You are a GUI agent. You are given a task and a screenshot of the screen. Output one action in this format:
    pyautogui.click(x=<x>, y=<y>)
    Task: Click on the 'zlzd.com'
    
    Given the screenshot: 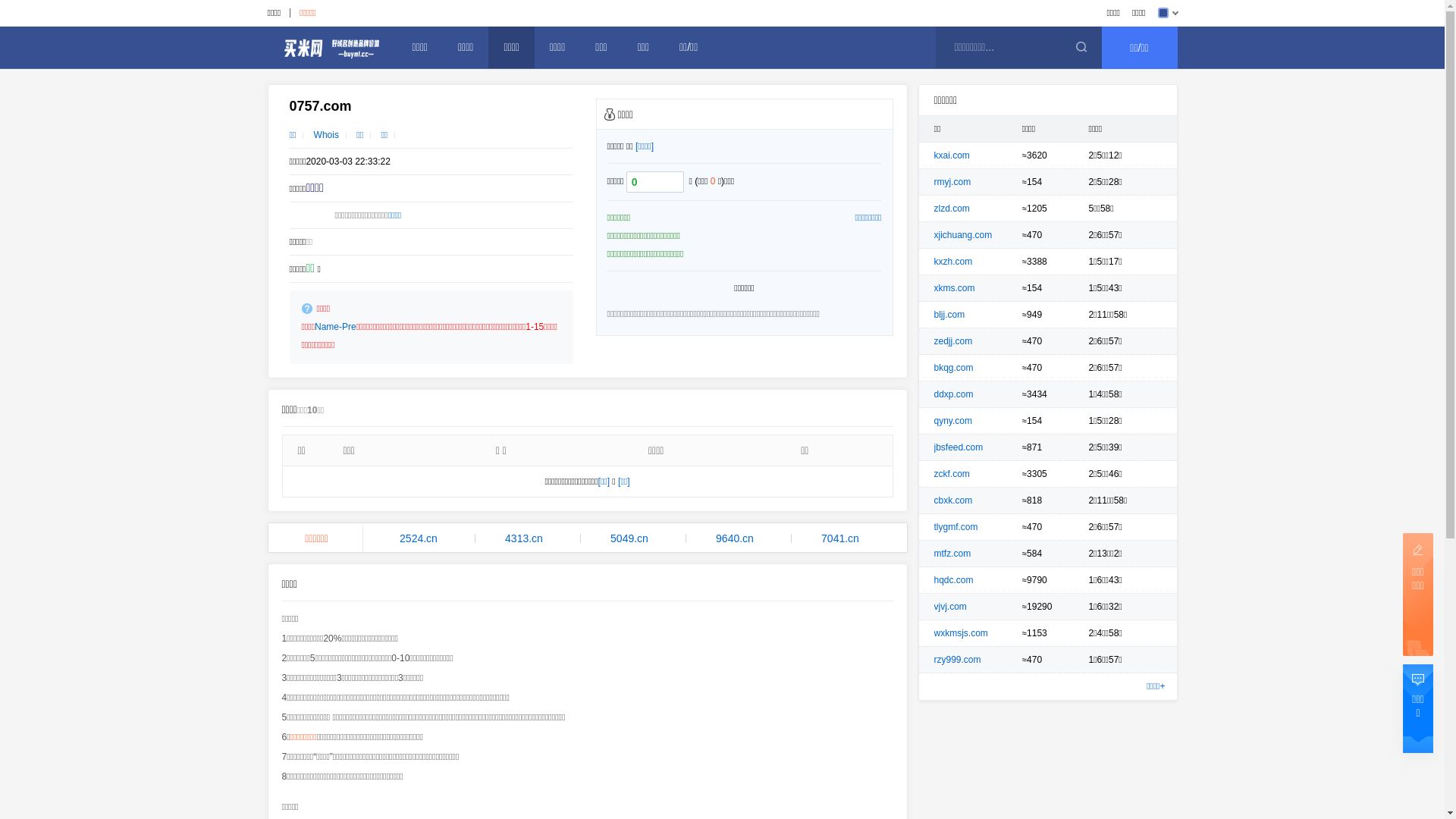 What is the action you would take?
    pyautogui.click(x=951, y=208)
    